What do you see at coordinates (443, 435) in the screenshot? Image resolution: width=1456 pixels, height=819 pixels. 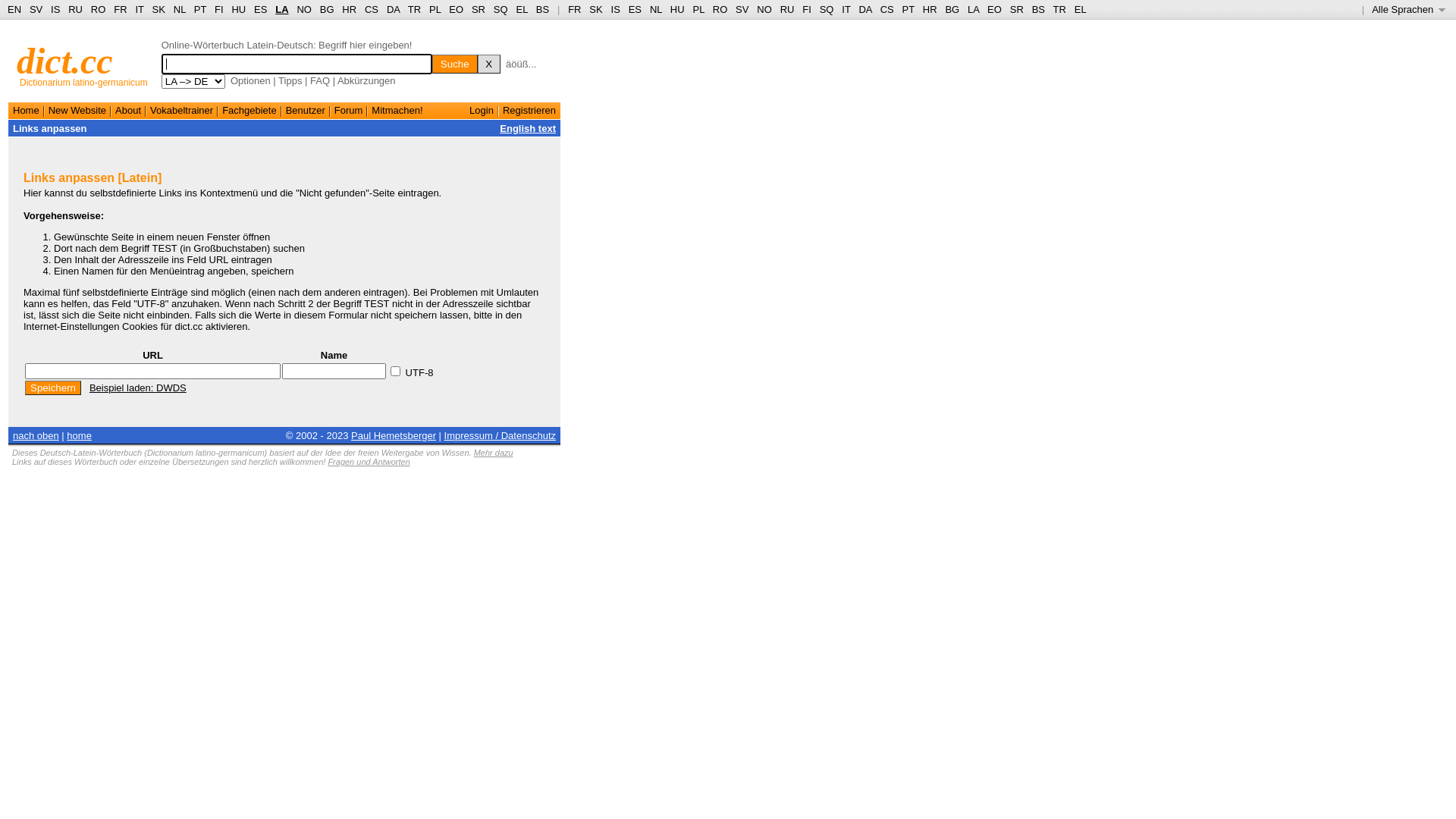 I see `'Impressum / Datenschutz'` at bounding box center [443, 435].